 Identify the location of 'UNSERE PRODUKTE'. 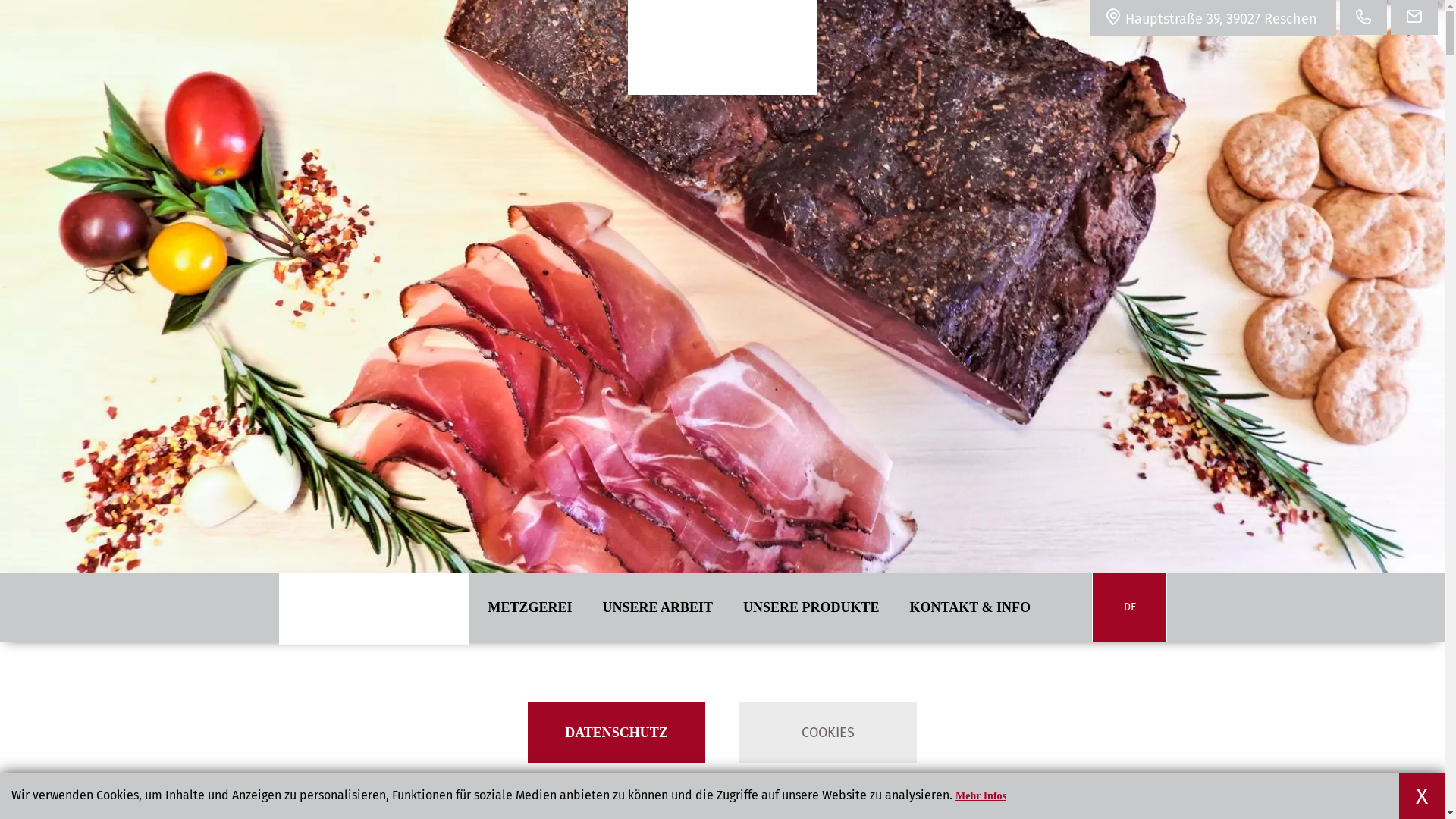
(811, 607).